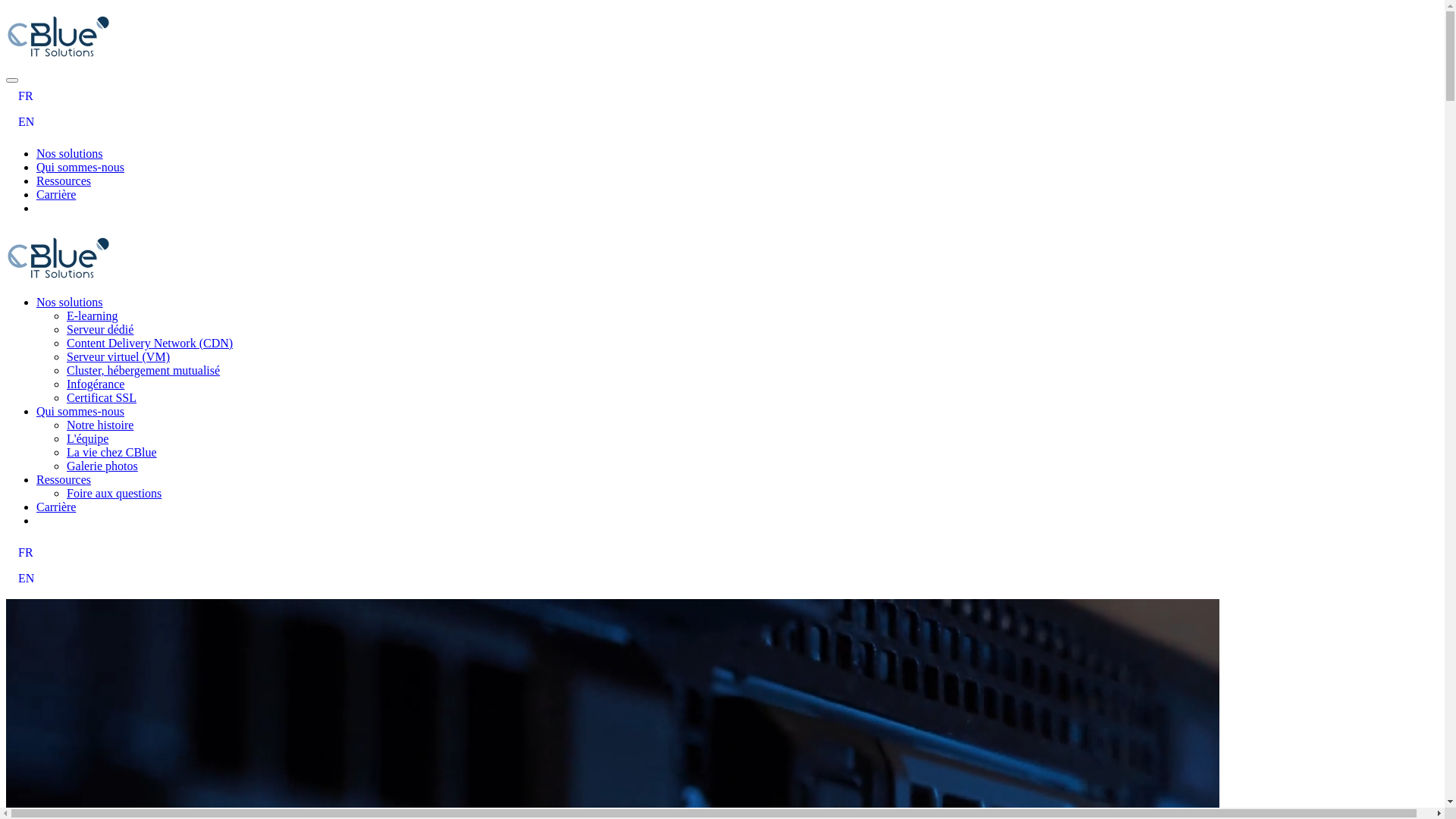  I want to click on 'Nos solutions', so click(36, 302).